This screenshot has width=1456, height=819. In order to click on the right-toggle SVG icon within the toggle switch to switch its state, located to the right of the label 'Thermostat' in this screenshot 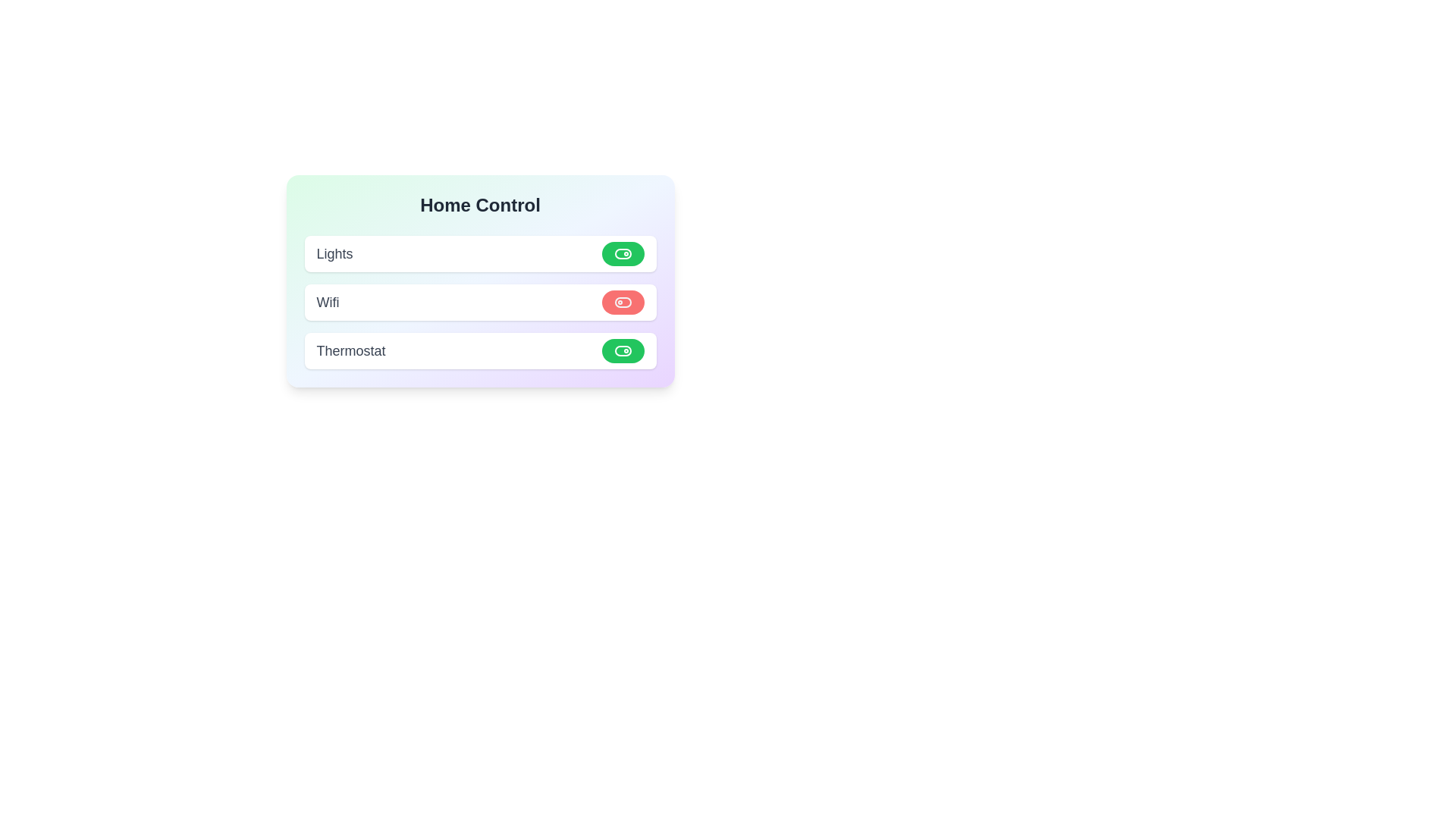, I will do `click(623, 350)`.